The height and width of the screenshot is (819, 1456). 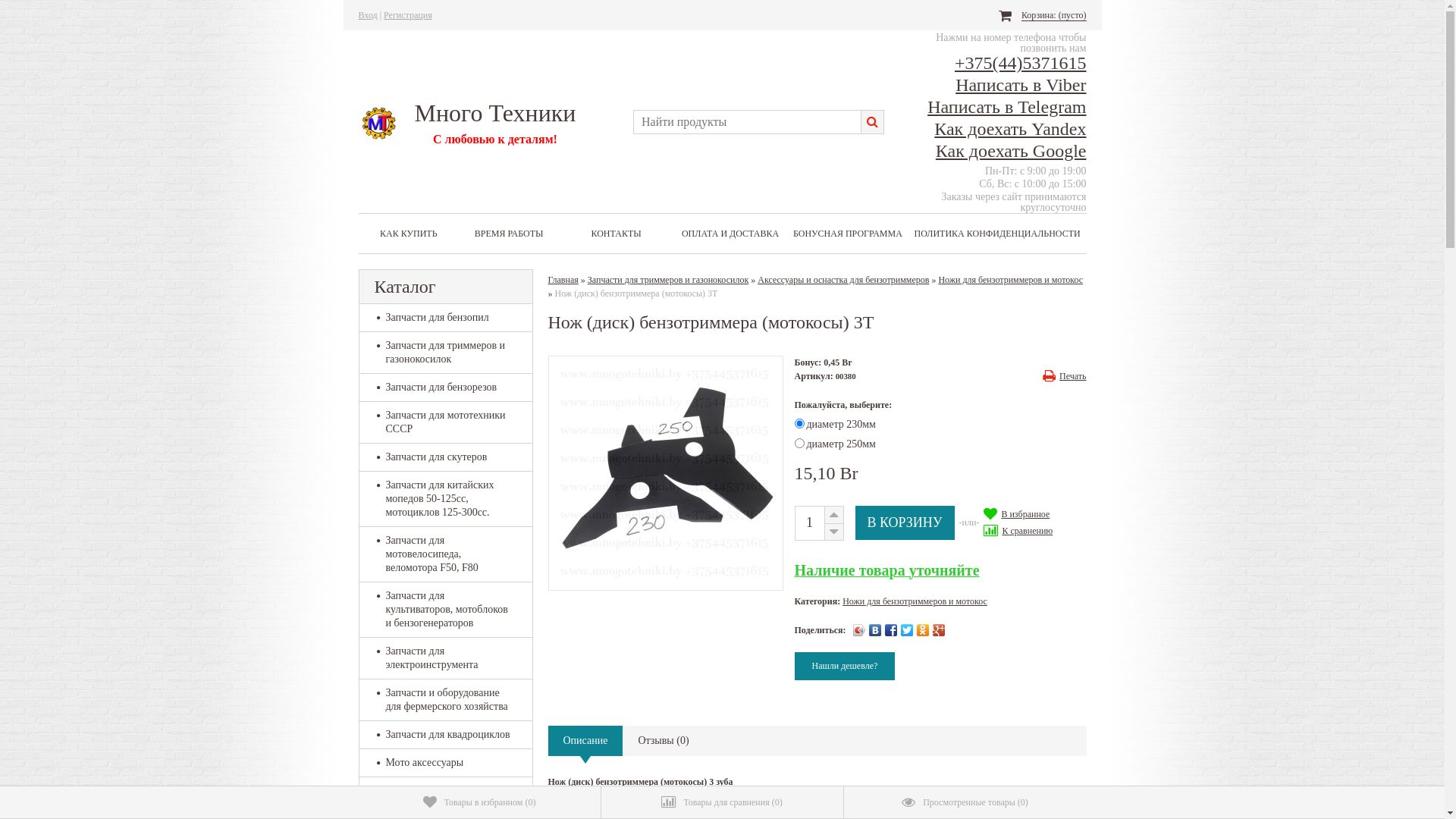 I want to click on 'Facebook', so click(x=891, y=629).